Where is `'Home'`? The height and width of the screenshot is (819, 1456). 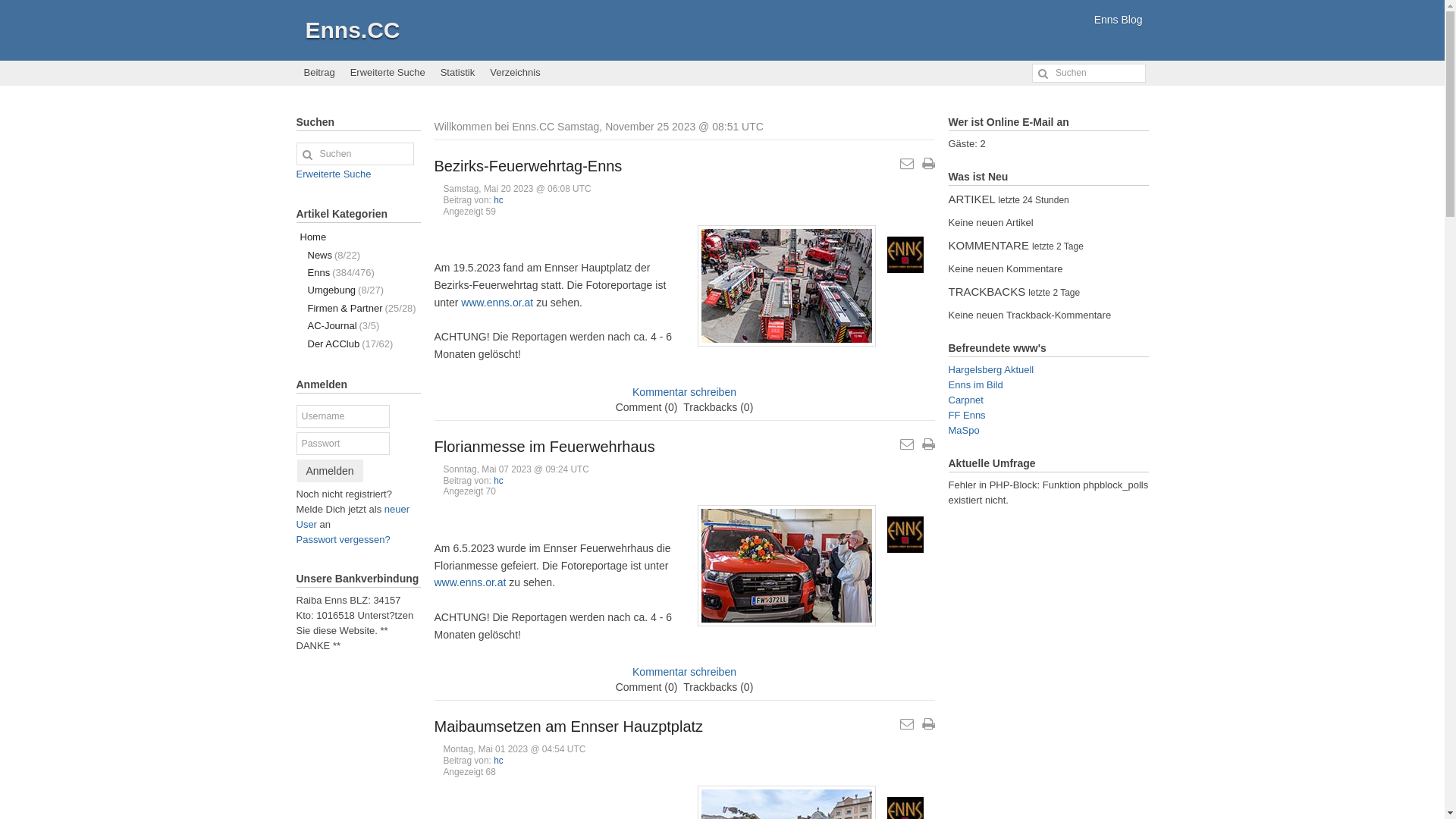
'Home' is located at coordinates (356, 237).